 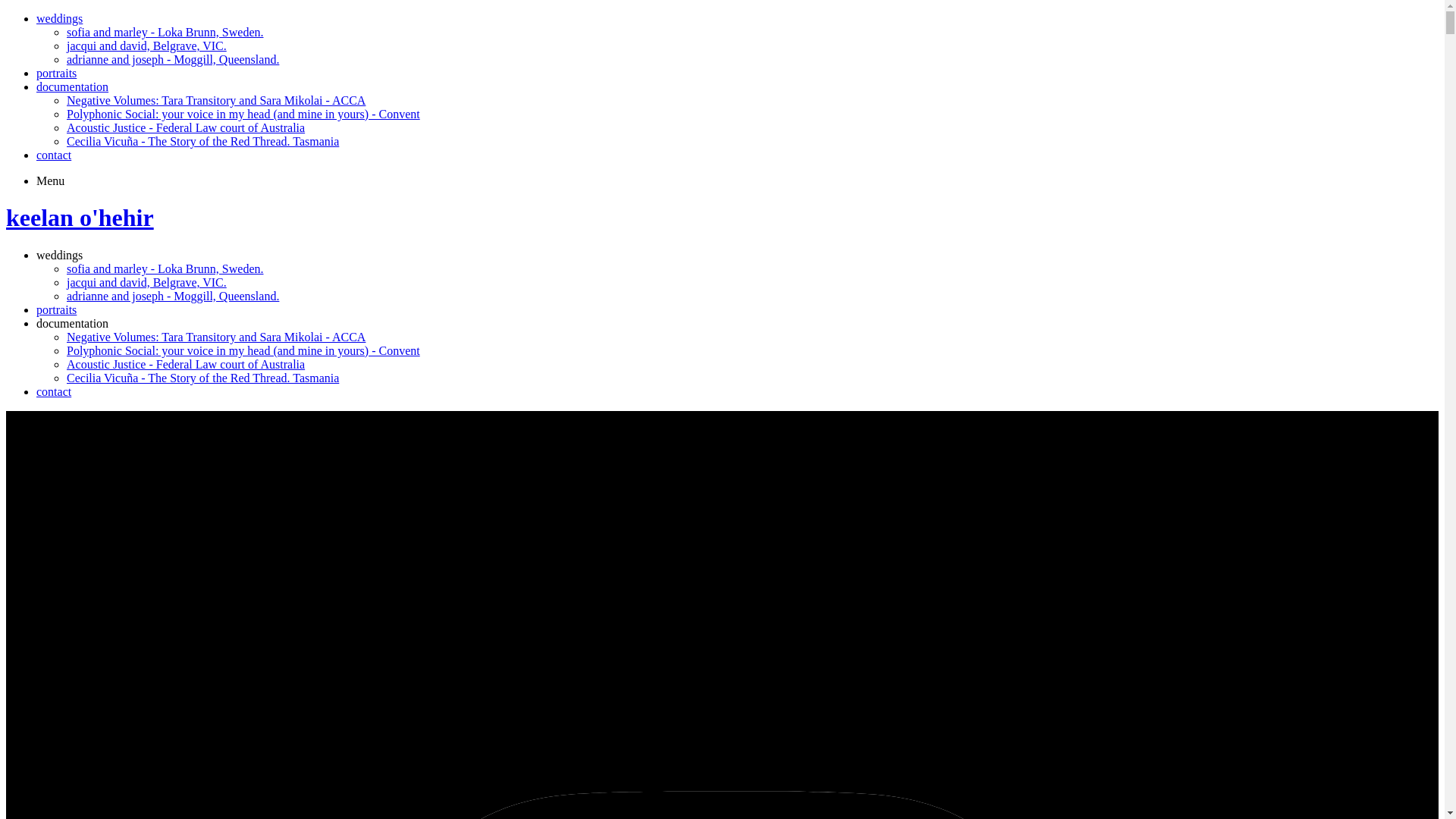 What do you see at coordinates (65, 336) in the screenshot?
I see `'Negative Volumes: Tara Transitory and Sara Mikolai - ACCA'` at bounding box center [65, 336].